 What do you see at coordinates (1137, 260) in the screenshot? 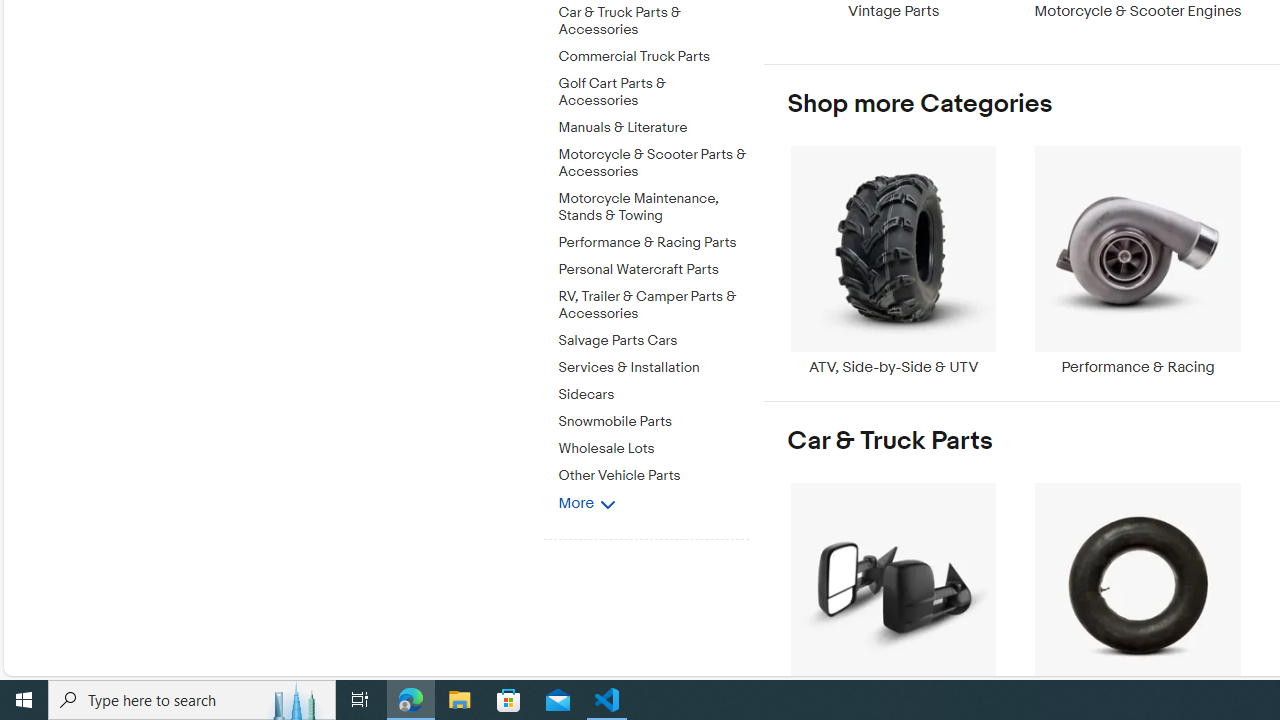
I see `'Performance & Racing'` at bounding box center [1137, 260].